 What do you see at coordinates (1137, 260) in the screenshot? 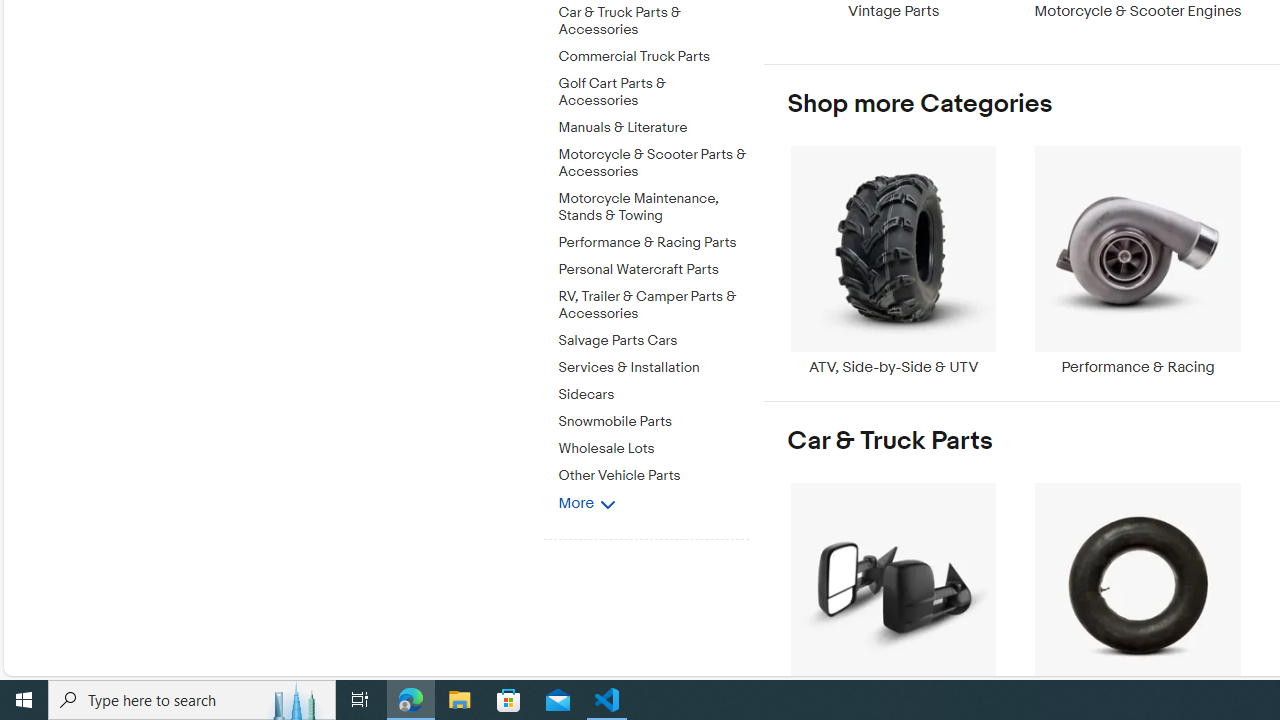
I see `'Performance & Racing'` at bounding box center [1137, 260].